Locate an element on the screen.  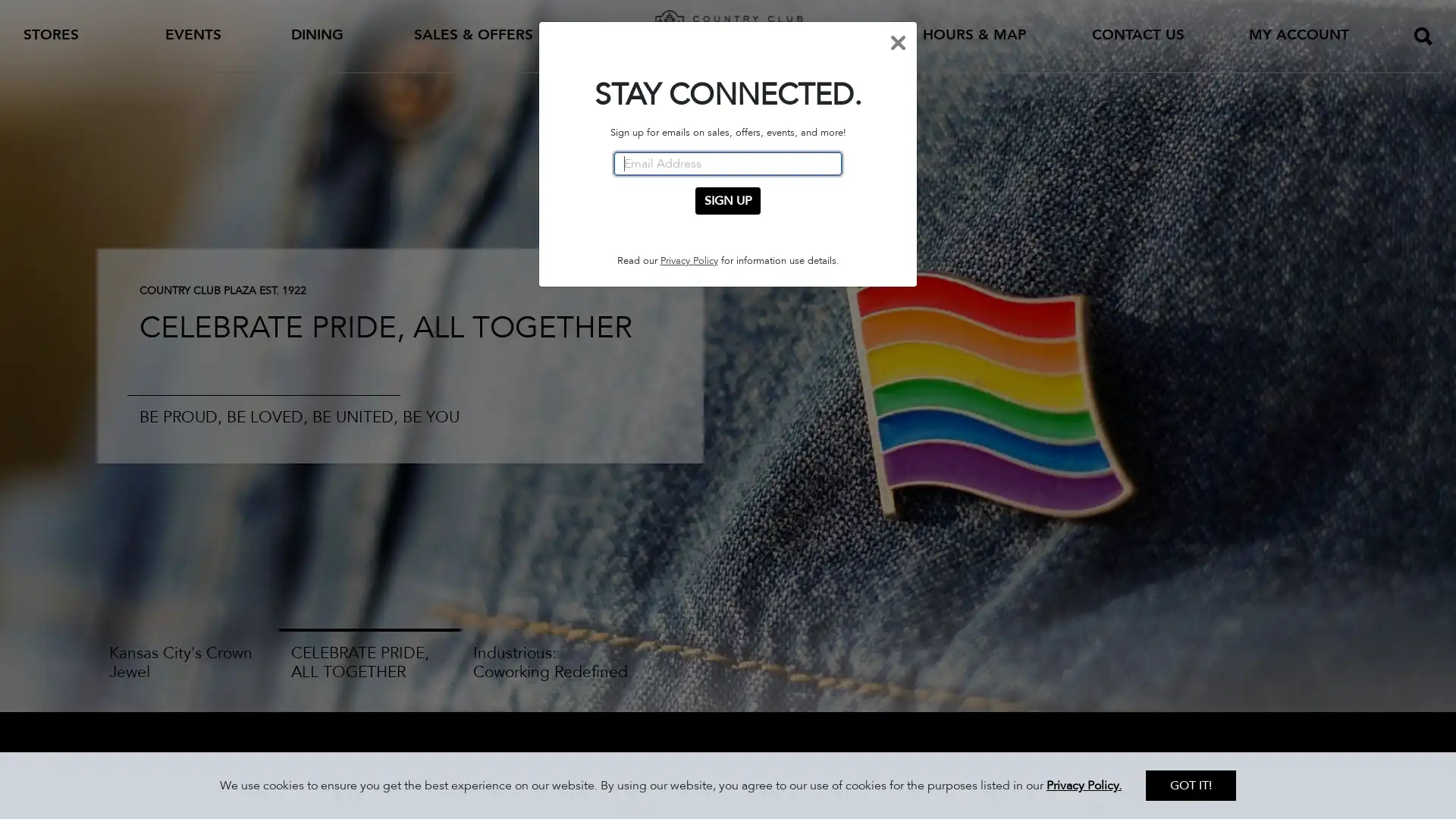
SIGN UP is located at coordinates (728, 200).